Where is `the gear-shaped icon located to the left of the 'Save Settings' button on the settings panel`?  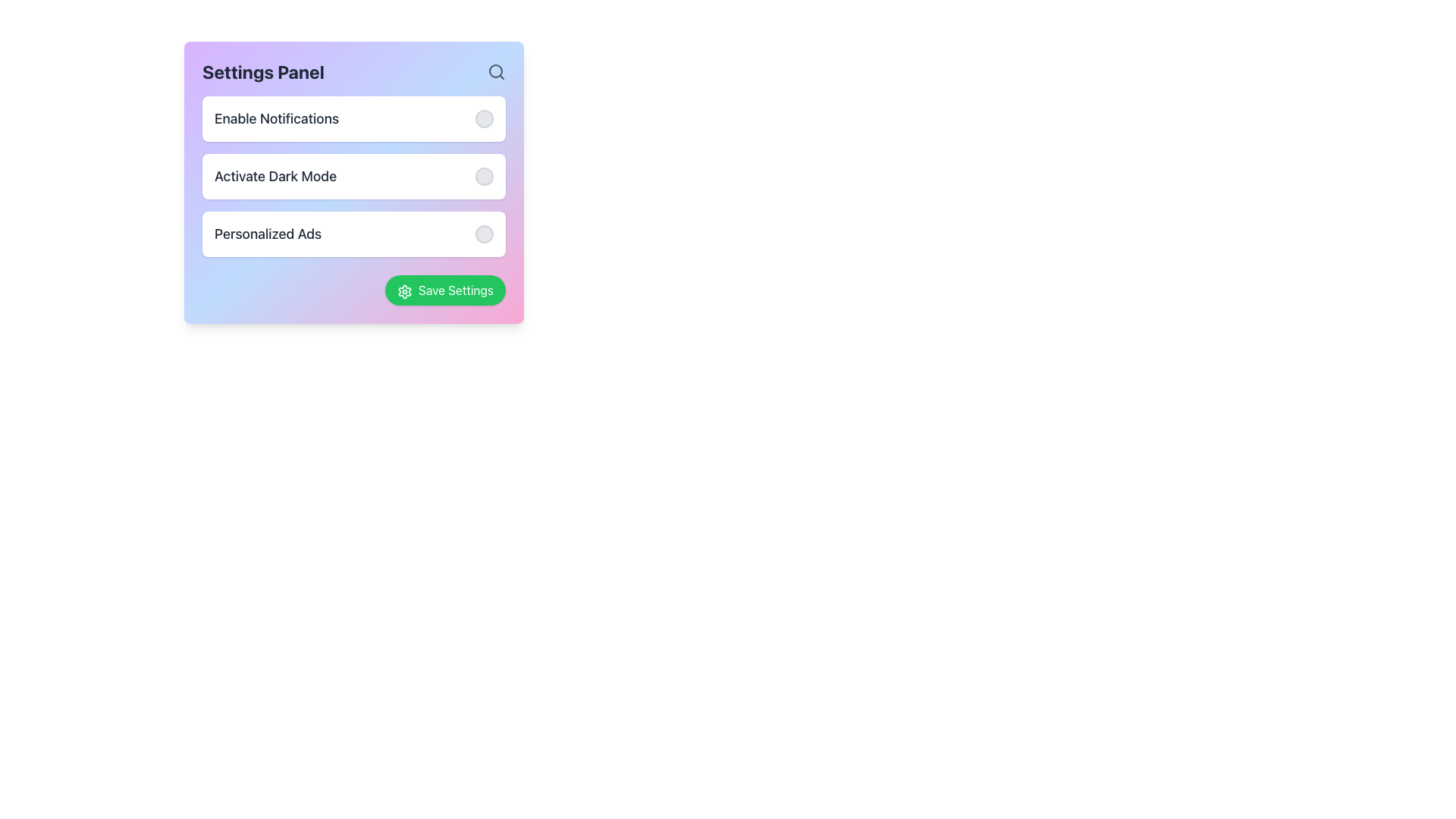 the gear-shaped icon located to the left of the 'Save Settings' button on the settings panel is located at coordinates (404, 291).